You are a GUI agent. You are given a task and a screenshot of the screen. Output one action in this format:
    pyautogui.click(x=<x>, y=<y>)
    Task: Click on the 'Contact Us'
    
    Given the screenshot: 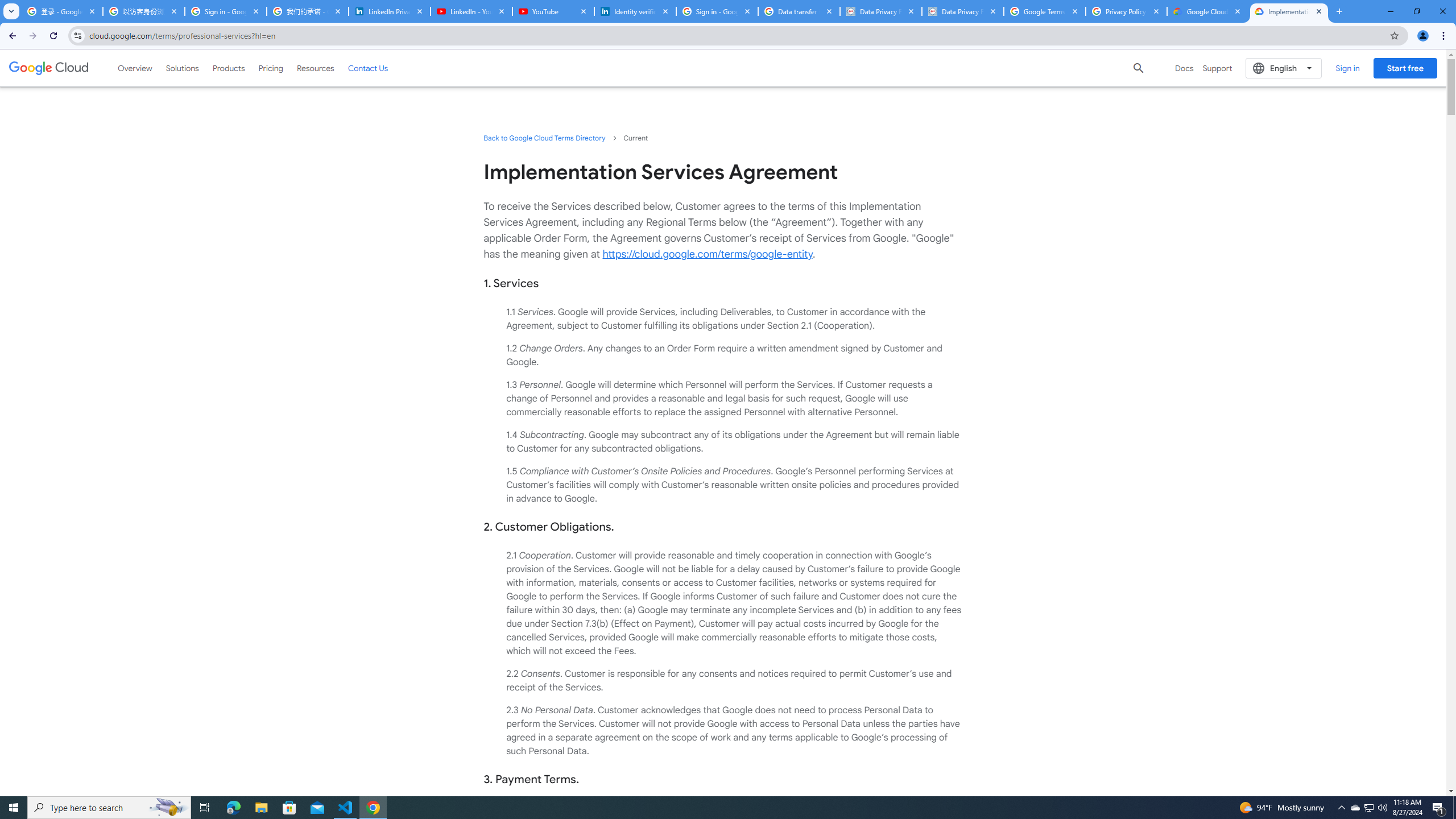 What is the action you would take?
    pyautogui.click(x=368, y=68)
    